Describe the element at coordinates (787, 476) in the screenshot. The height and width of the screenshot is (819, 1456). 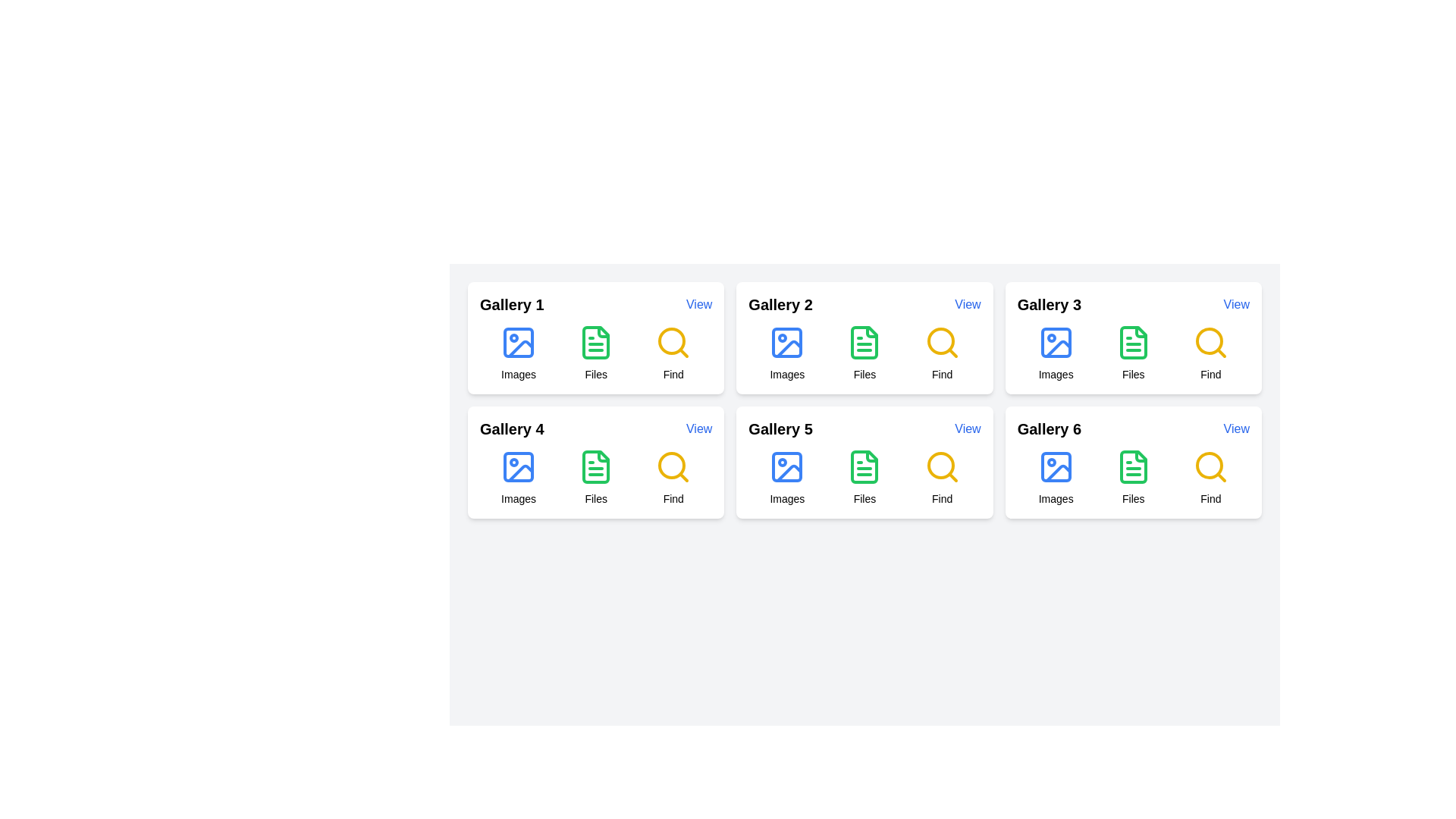
I see `the blue icon with the photograph symbol and the text label 'Images'` at that location.